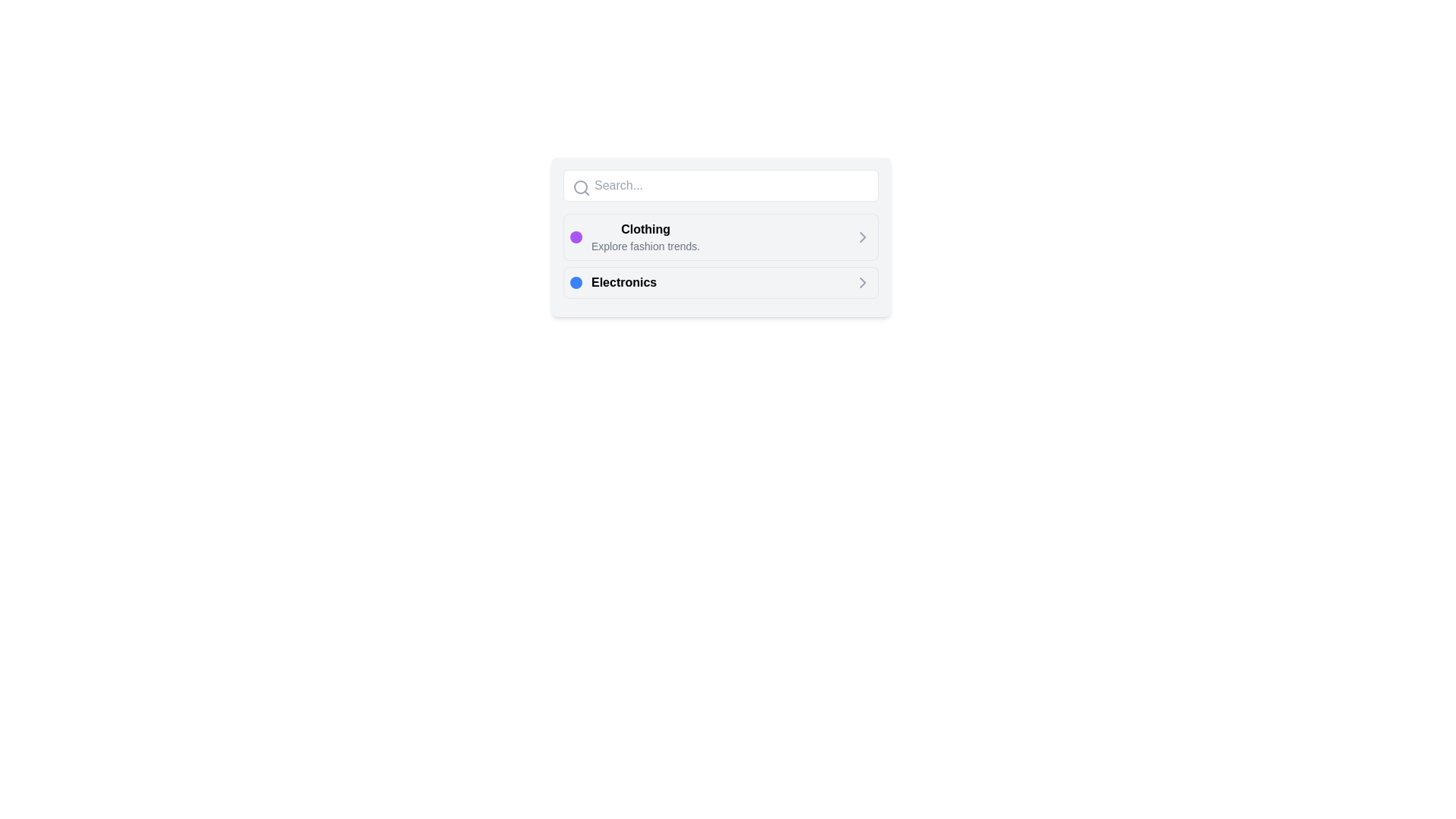  Describe the element at coordinates (575, 237) in the screenshot. I see `the visual marker or bullet point that highlights the 'Clothing' section, positioned to the left of the text 'Clothing Explore fashion trends.'` at that location.